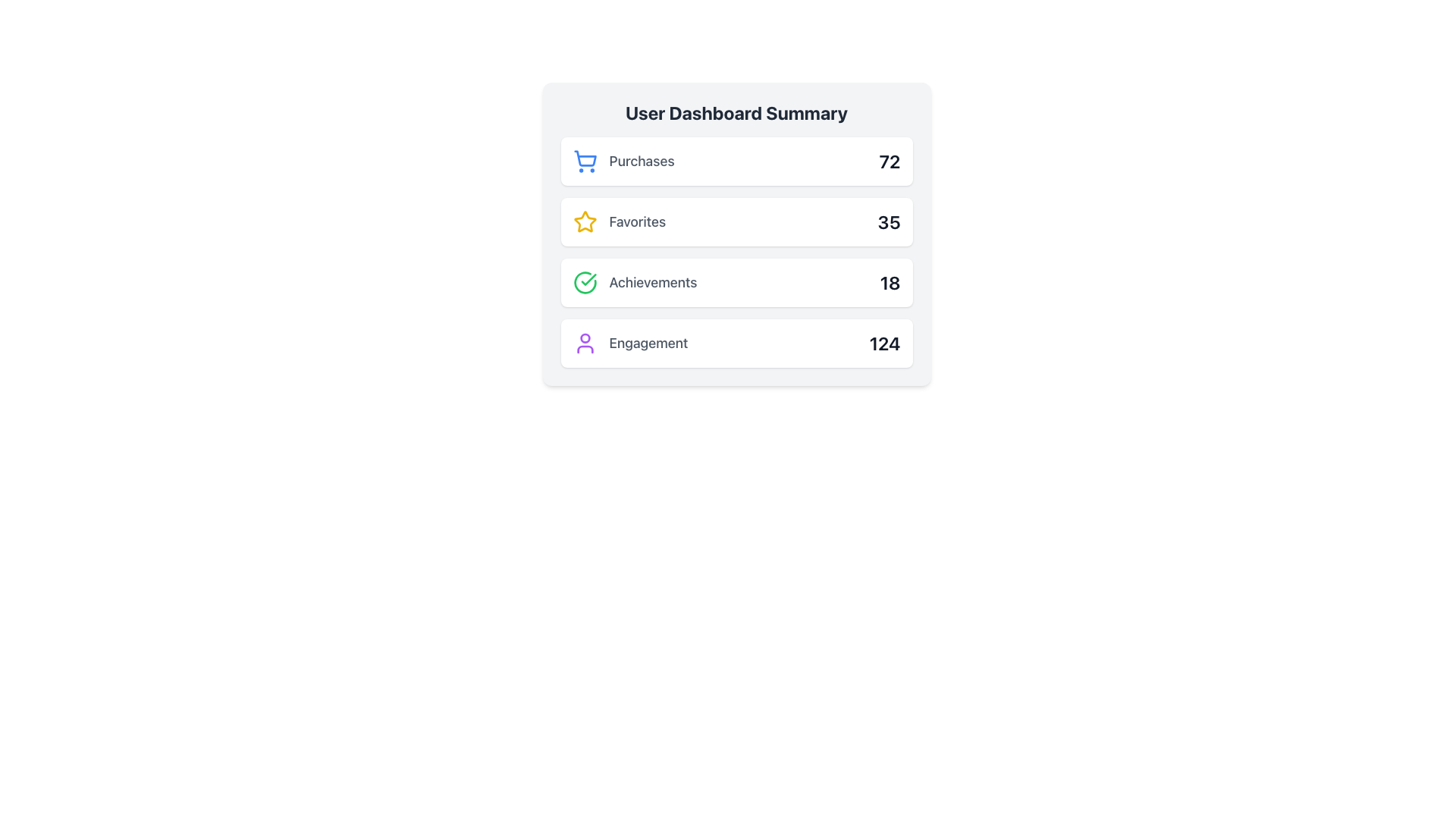 This screenshot has height=819, width=1456. What do you see at coordinates (584, 337) in the screenshot?
I see `the circular graphical component representing the user profile, located at the upper part of the user icon next to the Engagement label` at bounding box center [584, 337].